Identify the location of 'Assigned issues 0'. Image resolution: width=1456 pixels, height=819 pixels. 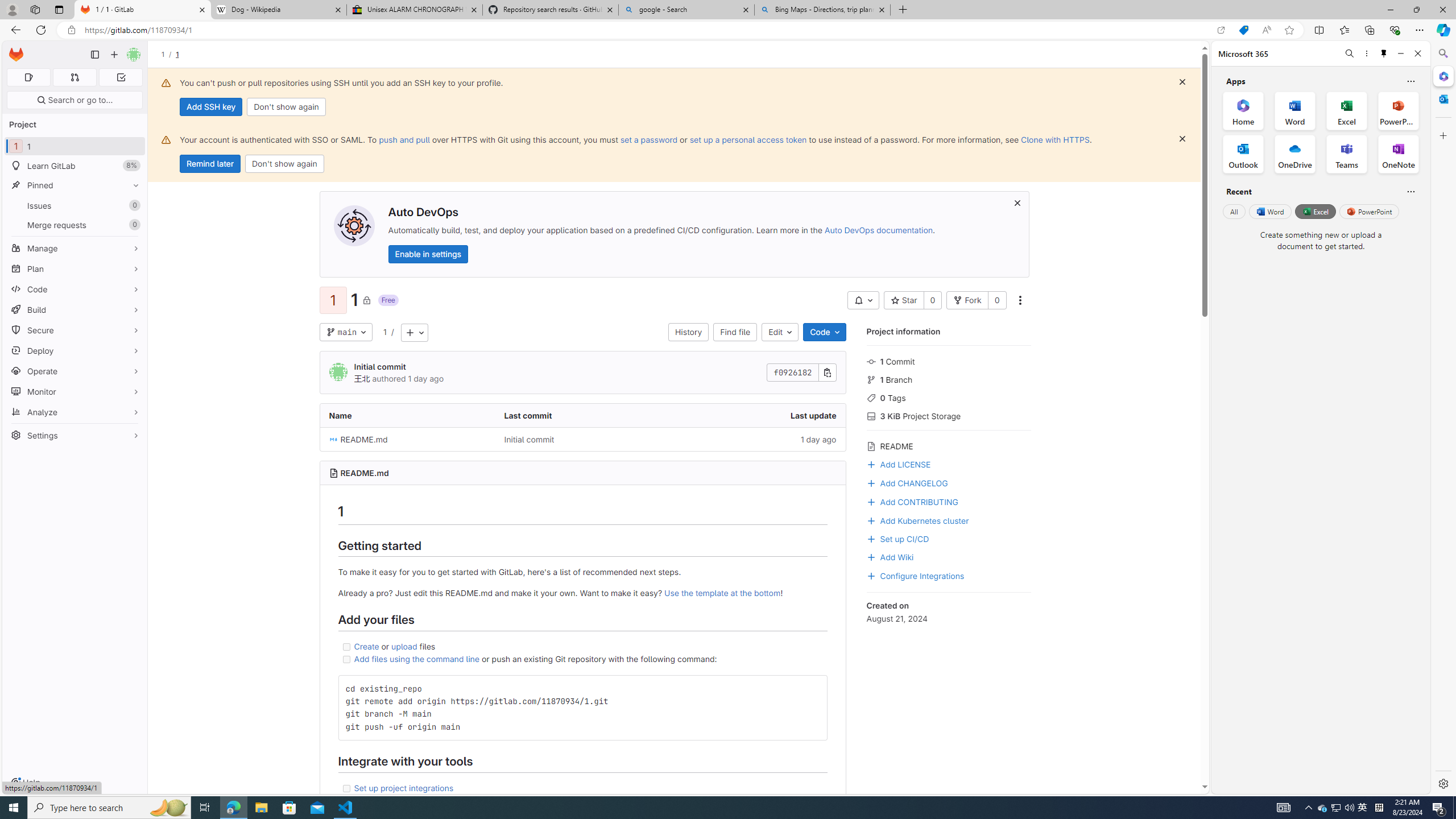
(28, 77).